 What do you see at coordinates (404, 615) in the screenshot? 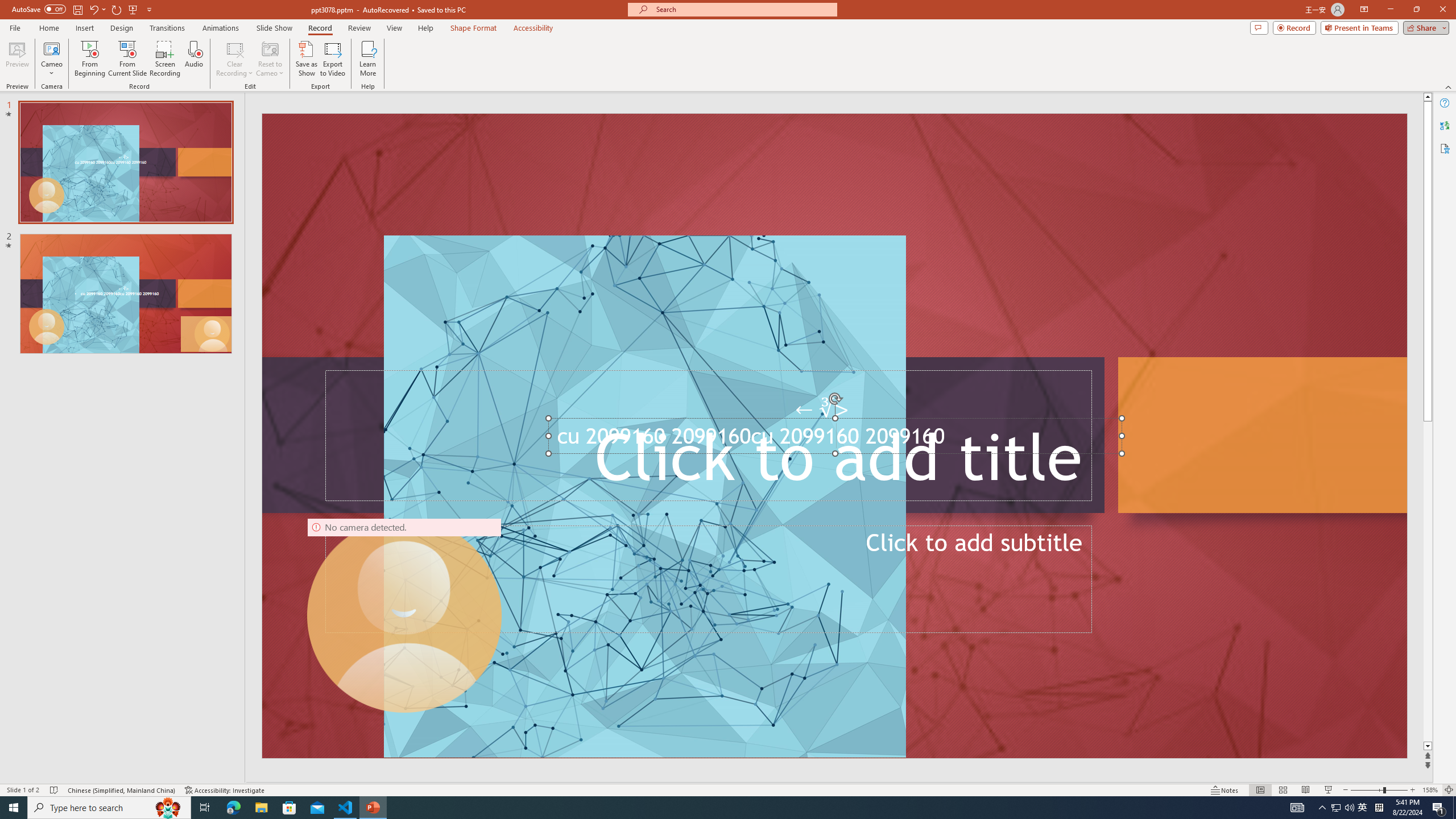
I see `'Camera 9, No camera detected.'` at bounding box center [404, 615].